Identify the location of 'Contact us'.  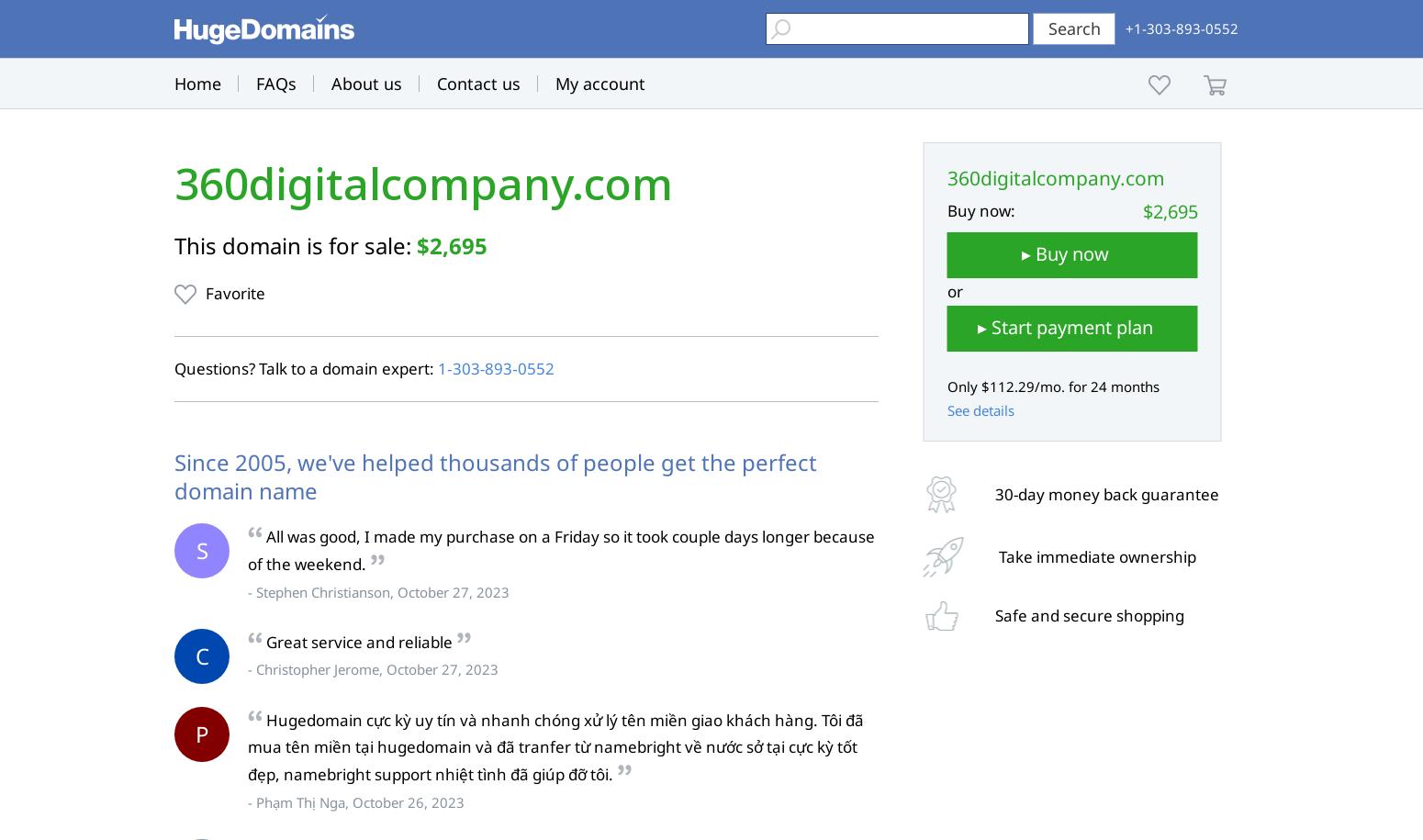
(477, 83).